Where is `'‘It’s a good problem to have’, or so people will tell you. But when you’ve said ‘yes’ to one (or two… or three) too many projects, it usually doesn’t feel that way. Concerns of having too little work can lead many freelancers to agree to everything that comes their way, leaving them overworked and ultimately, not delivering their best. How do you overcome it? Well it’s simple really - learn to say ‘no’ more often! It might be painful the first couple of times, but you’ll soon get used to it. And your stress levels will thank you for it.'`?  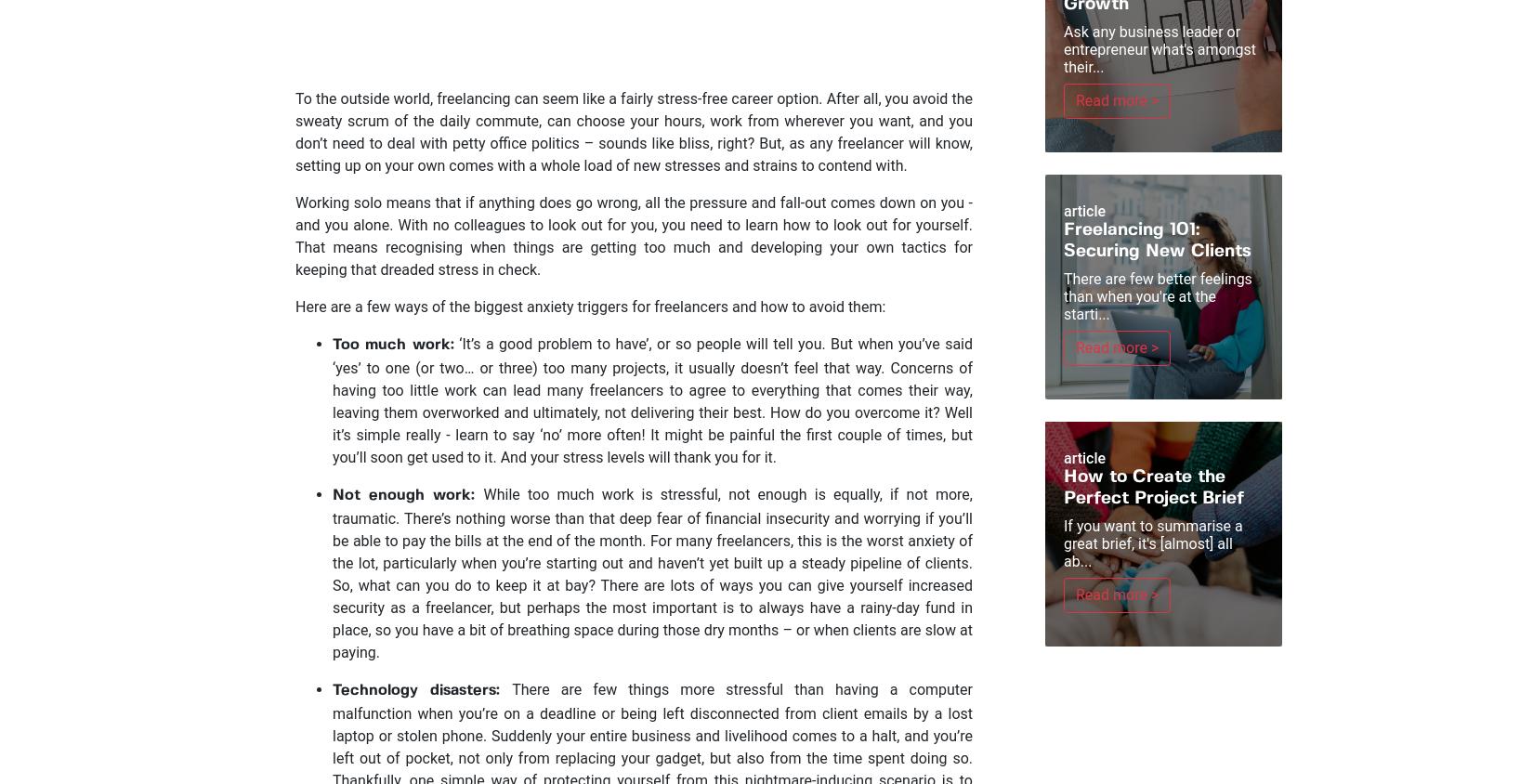
'‘It’s a good problem to have’, or so people will tell you. But when you’ve said ‘yes’ to one (or two… or three) too many projects, it usually doesn’t feel that way. Concerns of having too little work can lead many freelancers to agree to everything that comes their way, leaving them overworked and ultimately, not delivering their best. How do you overcome it? Well it’s simple really - learn to say ‘no’ more often! It might be painful the first couple of times, but you’ll soon get used to it. And your stress levels will thank you for it.' is located at coordinates (651, 399).